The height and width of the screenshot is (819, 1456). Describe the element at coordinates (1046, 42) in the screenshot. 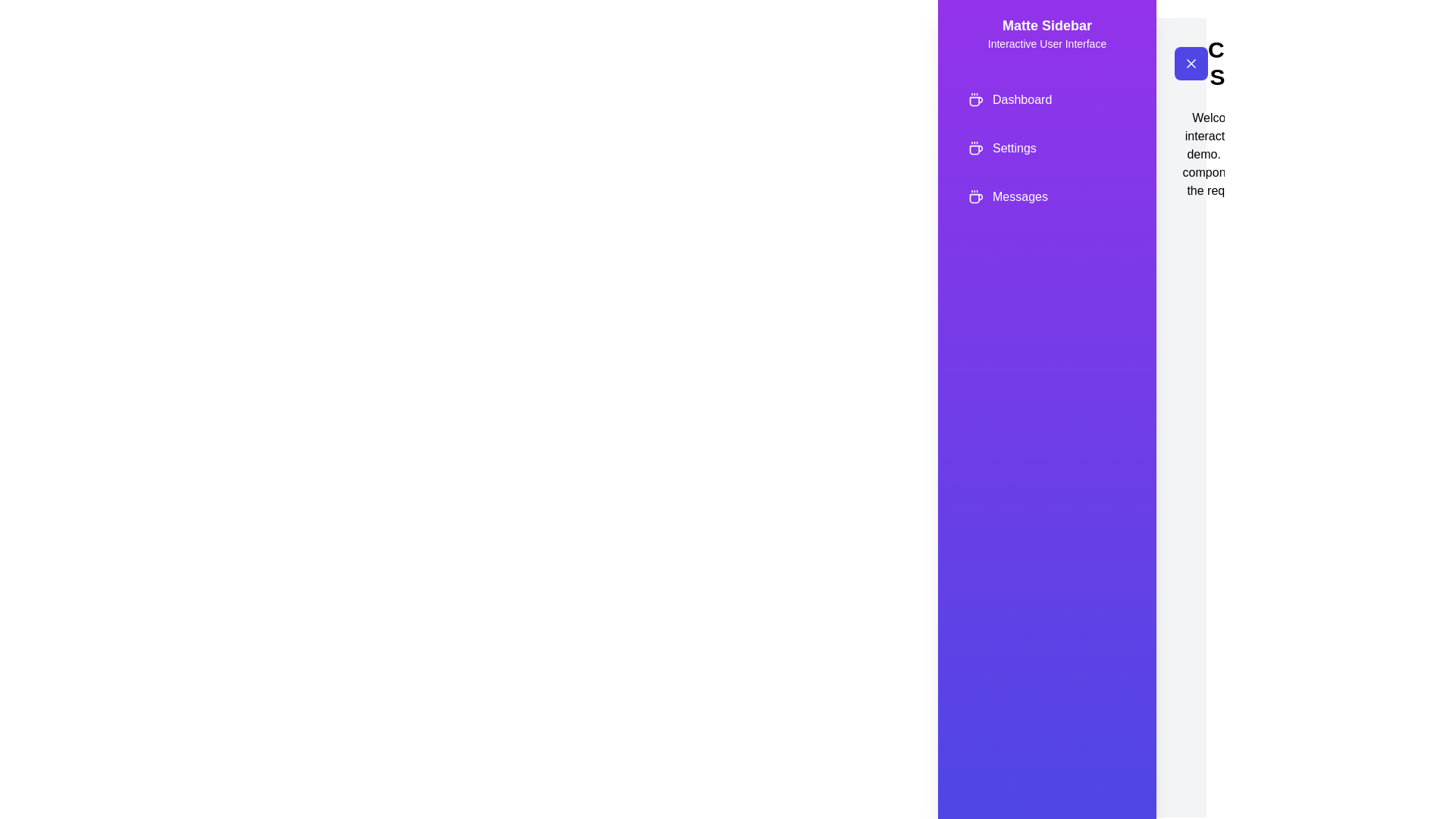

I see `the text label that reads 'Interactive User Interface', which is positioned below the title 'Matte Sidebar' in the sidebar` at that location.